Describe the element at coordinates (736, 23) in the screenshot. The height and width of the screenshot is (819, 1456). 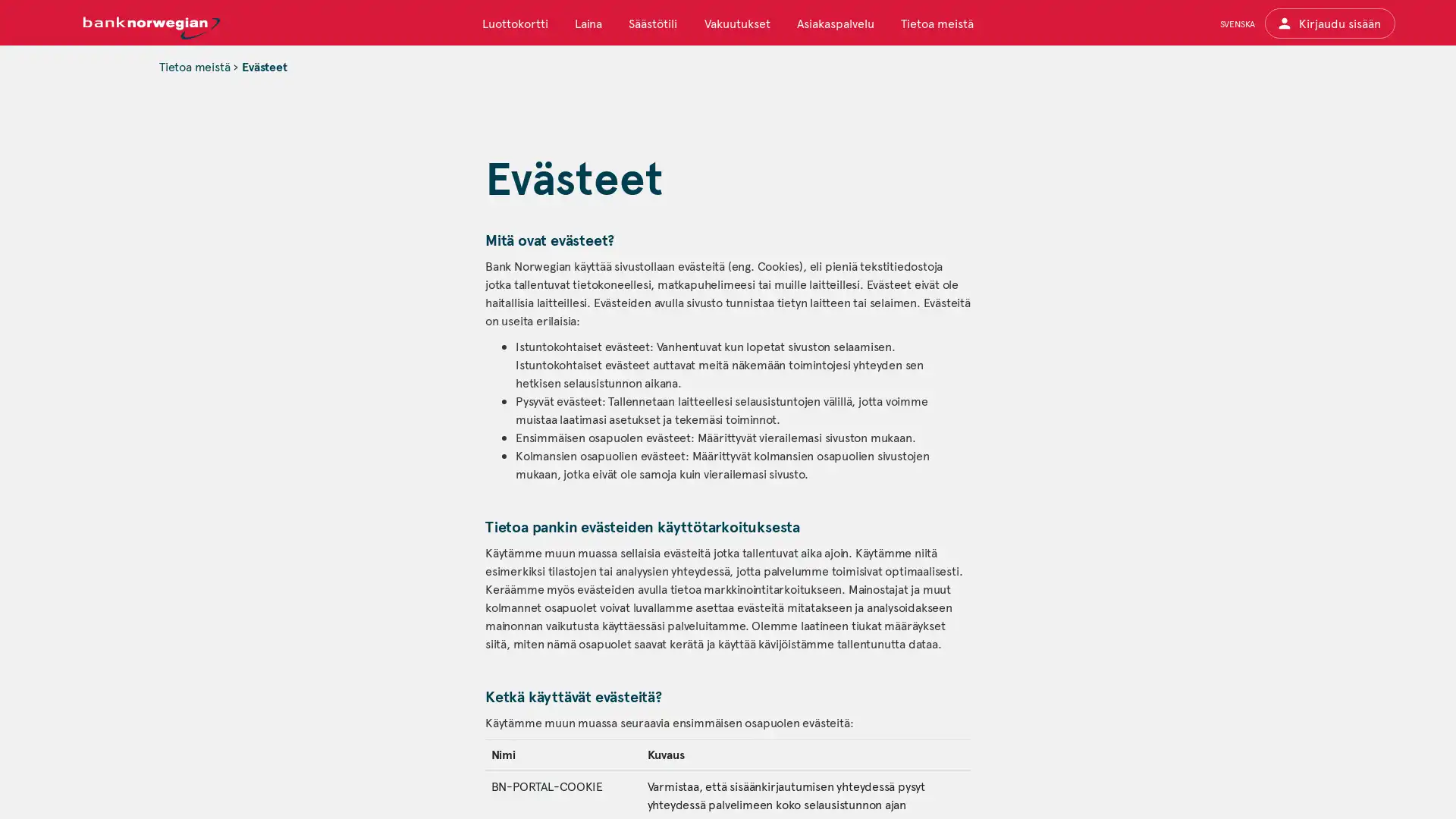
I see `Vakuutukset` at that location.